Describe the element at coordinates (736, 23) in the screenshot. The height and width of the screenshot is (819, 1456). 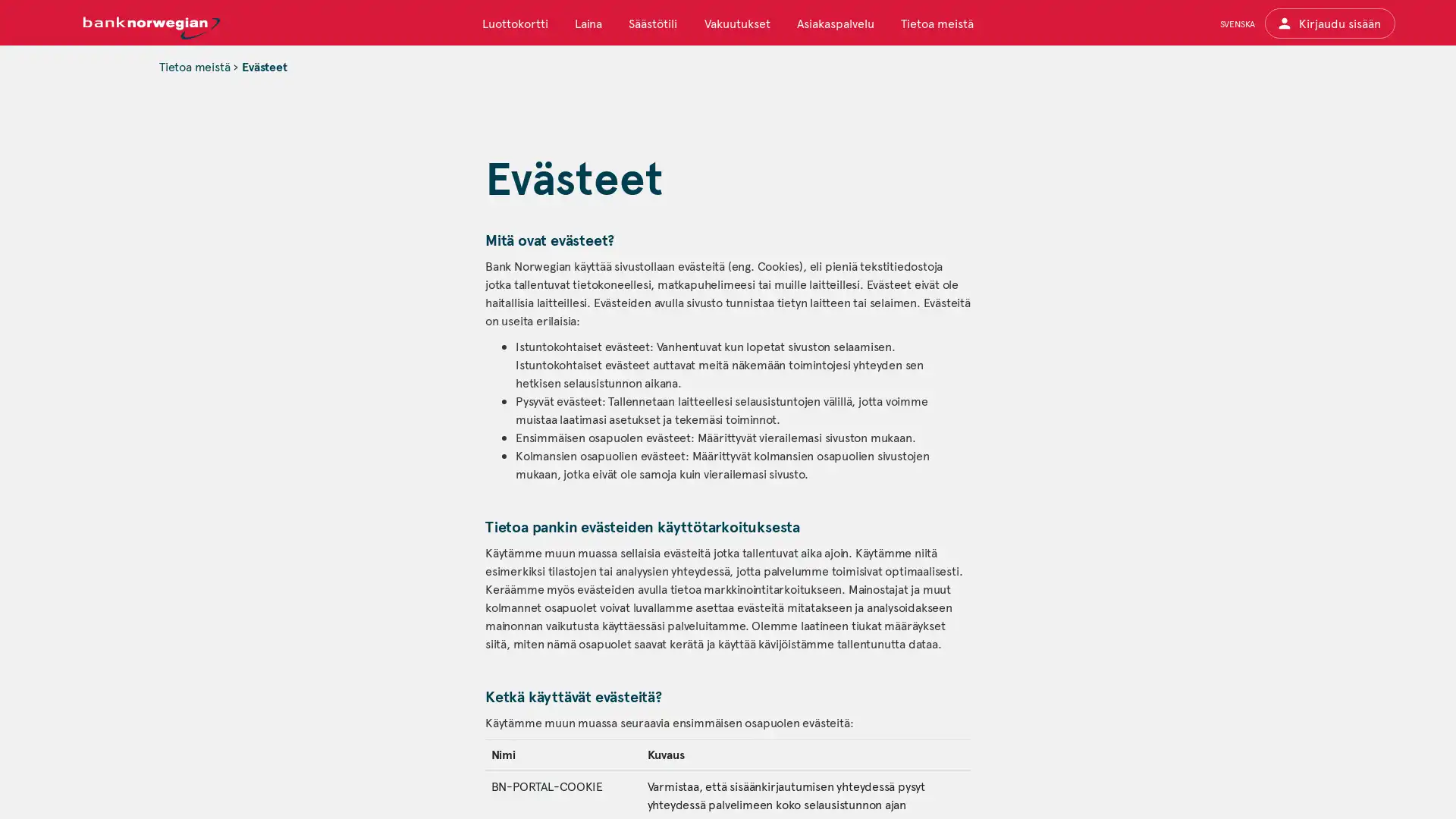
I see `Vakuutukset` at that location.